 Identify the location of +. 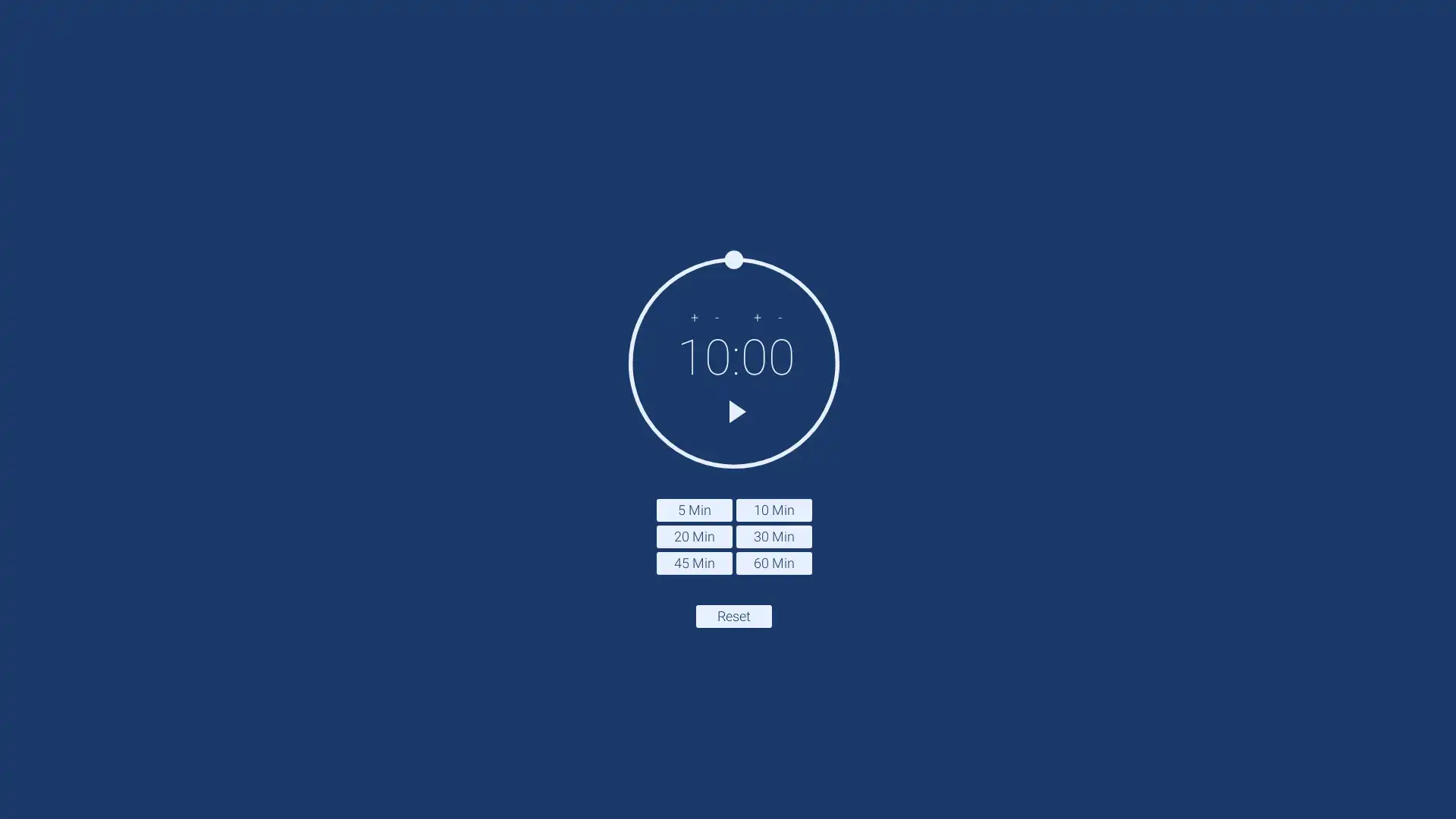
(757, 315).